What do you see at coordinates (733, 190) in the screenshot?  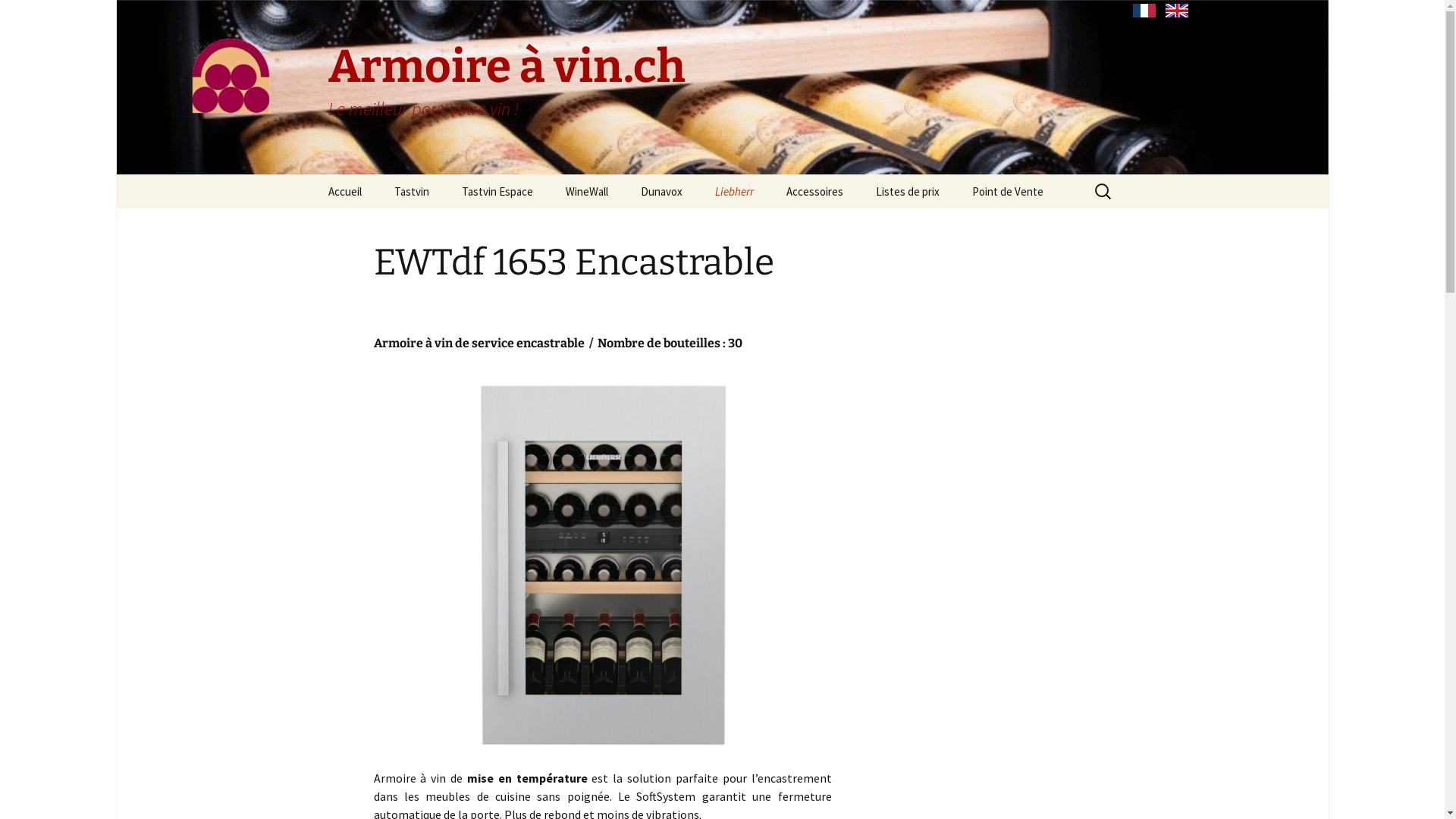 I see `'Liebherr'` at bounding box center [733, 190].